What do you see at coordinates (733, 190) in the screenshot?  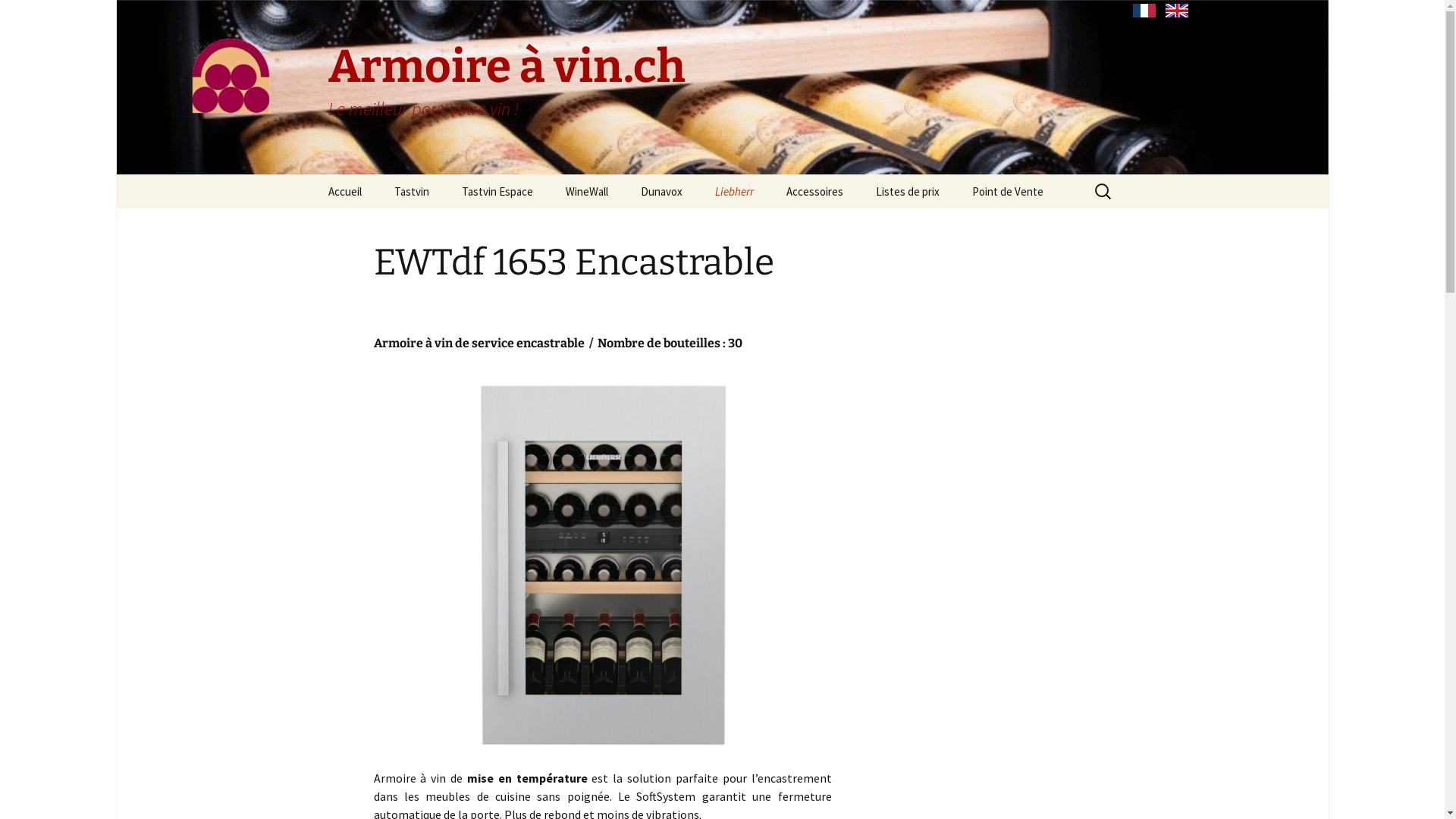 I see `'Liebherr'` at bounding box center [733, 190].